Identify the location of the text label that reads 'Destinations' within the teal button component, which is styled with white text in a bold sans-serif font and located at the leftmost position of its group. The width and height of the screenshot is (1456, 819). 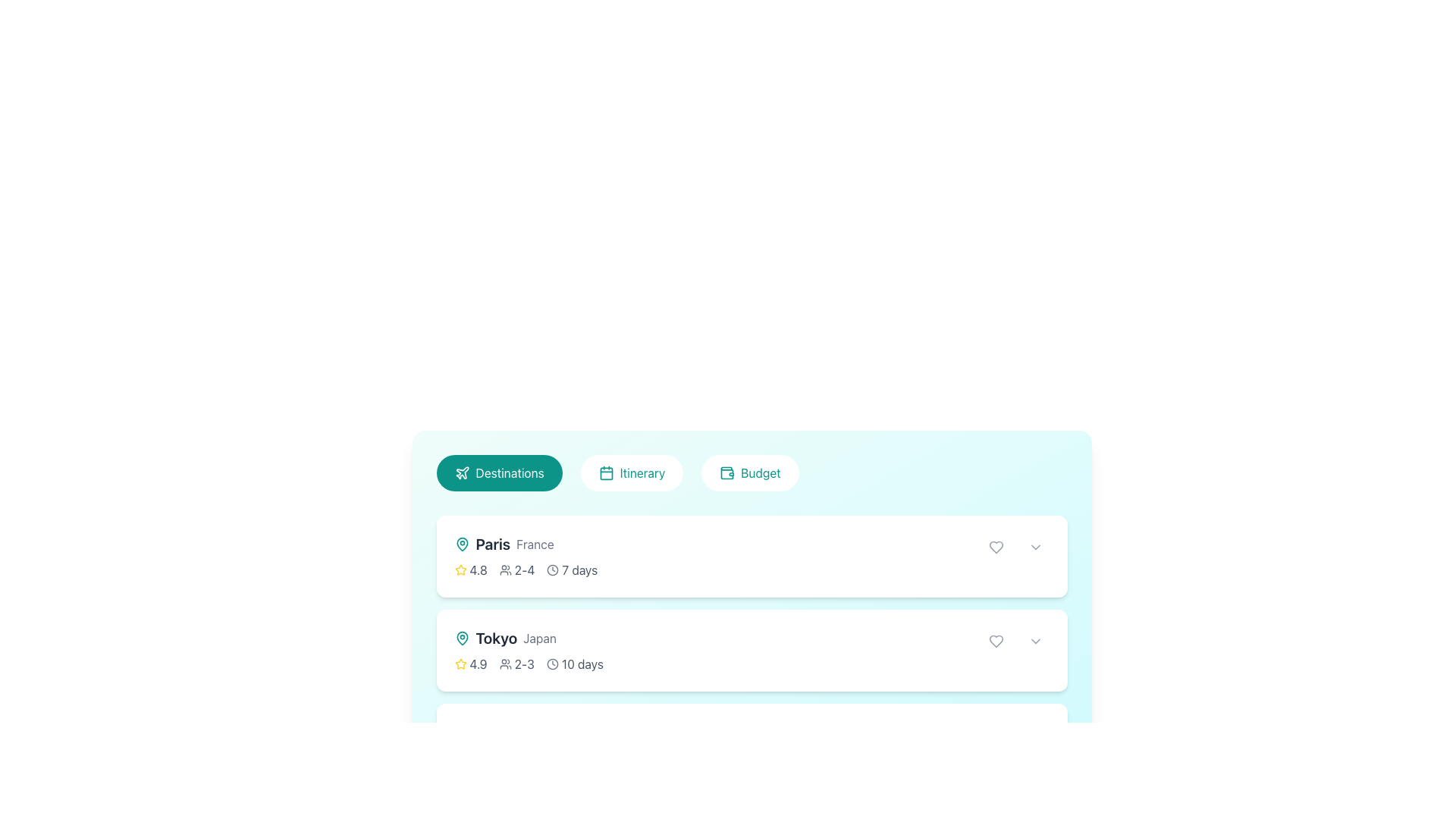
(510, 472).